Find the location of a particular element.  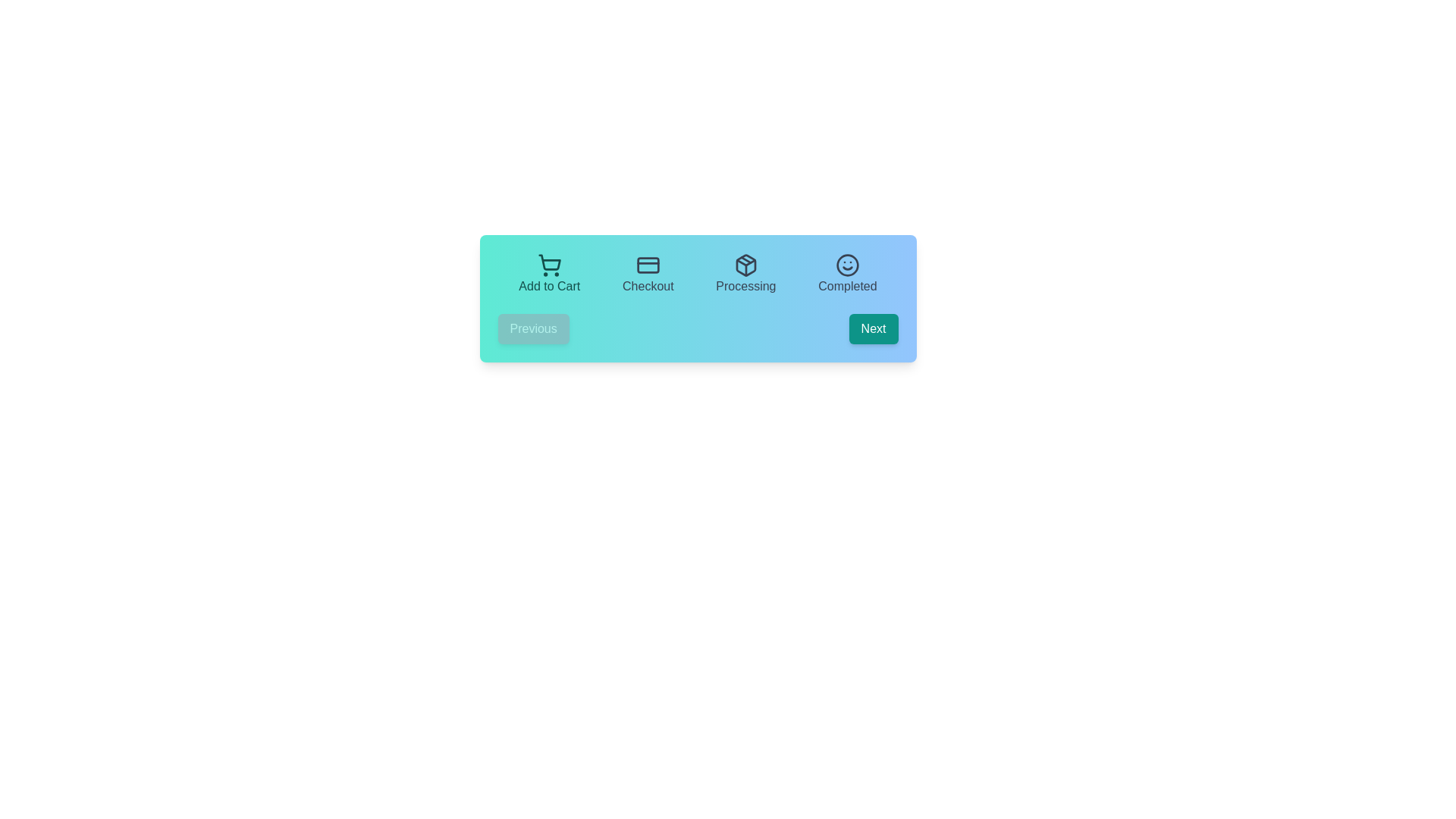

the step Completed to observe the hover effect is located at coordinates (847, 275).